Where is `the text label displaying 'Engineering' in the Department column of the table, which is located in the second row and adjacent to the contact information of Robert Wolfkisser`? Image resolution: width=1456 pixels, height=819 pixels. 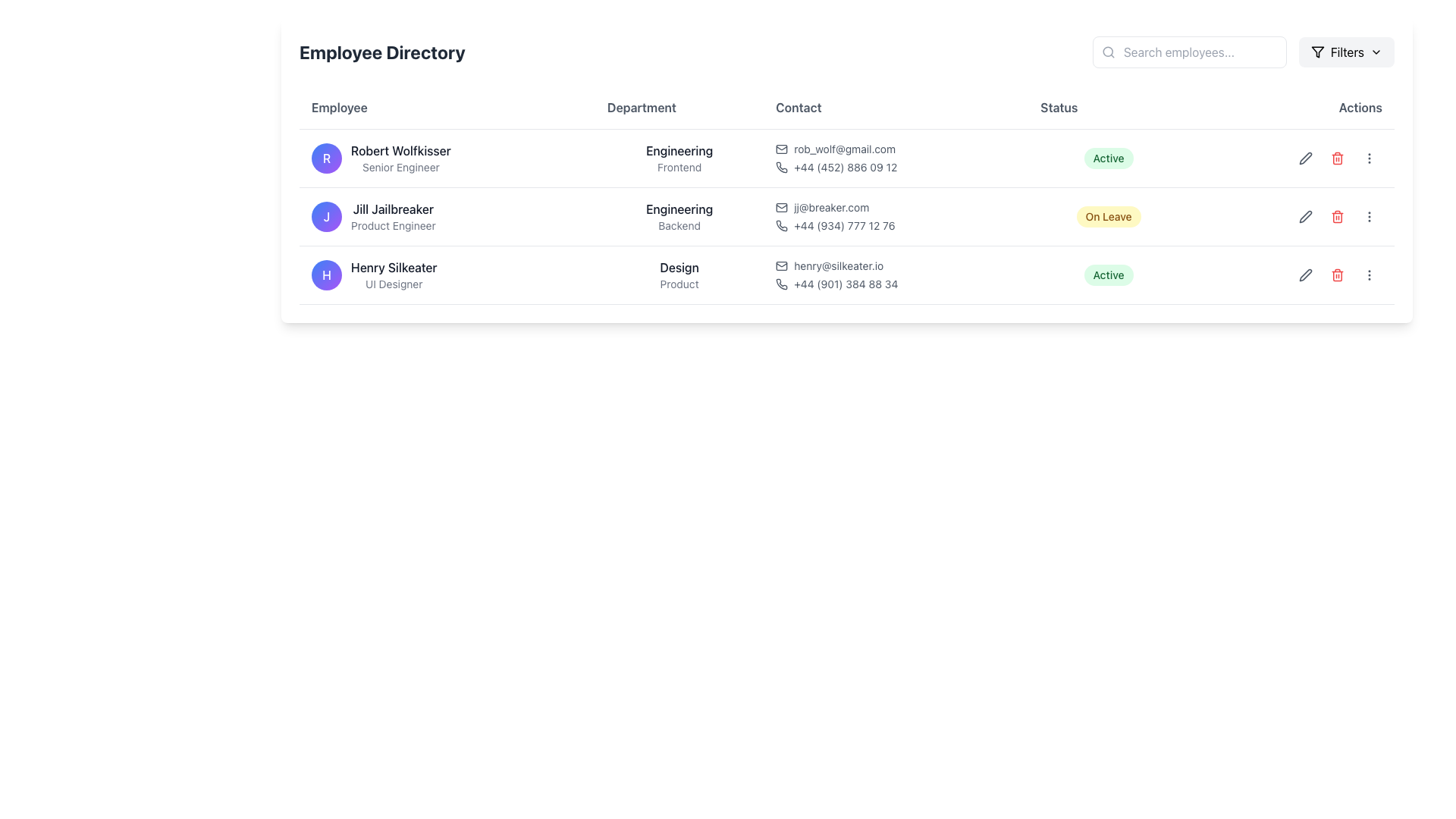
the text label displaying 'Engineering' in the Department column of the table, which is located in the second row and adjacent to the contact information of Robert Wolfkisser is located at coordinates (679, 151).